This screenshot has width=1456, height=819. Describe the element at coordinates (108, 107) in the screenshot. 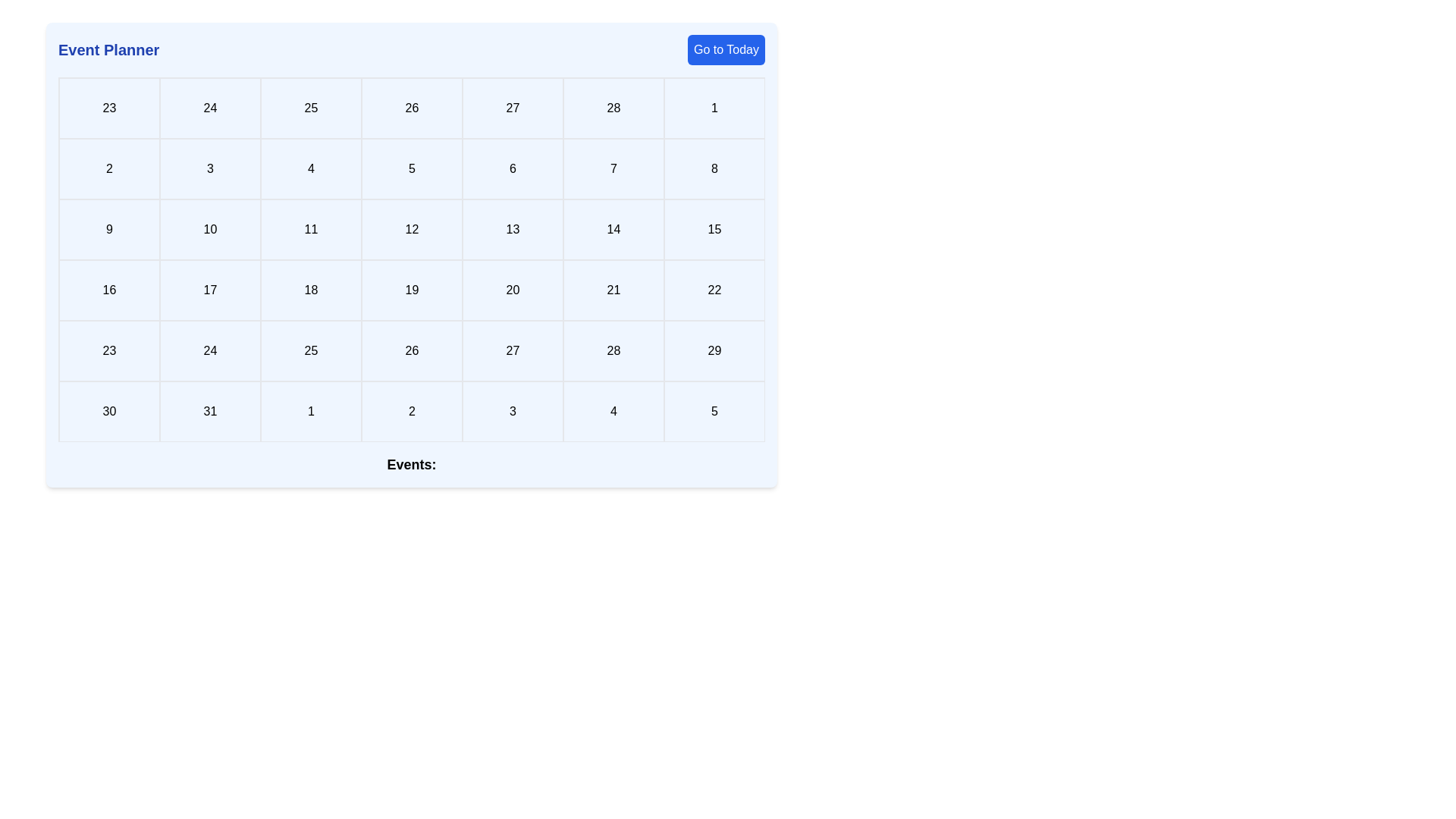

I see `the Date cell displaying the number '23' in the calendar grid` at that location.